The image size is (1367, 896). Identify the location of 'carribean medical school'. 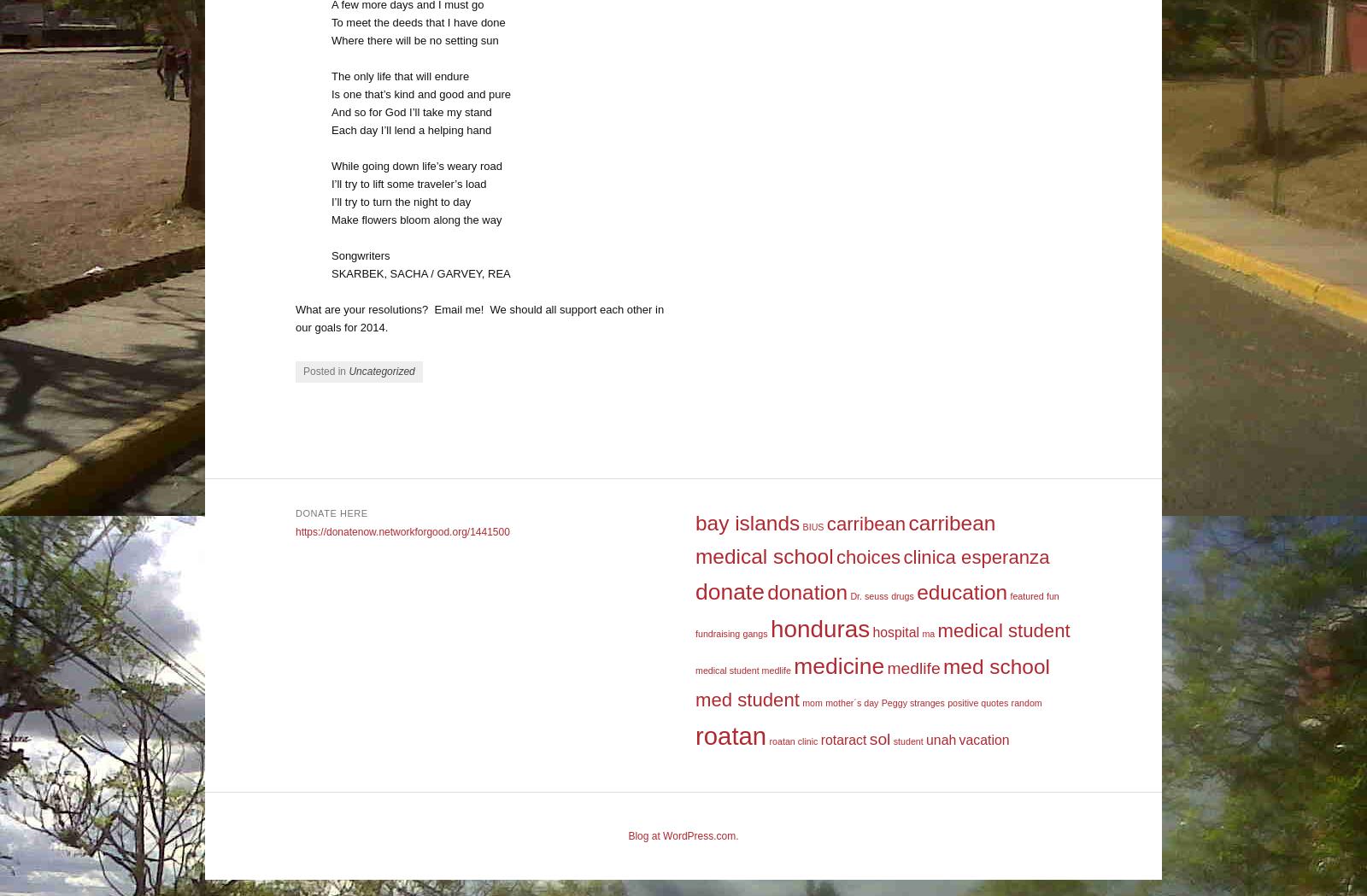
(844, 539).